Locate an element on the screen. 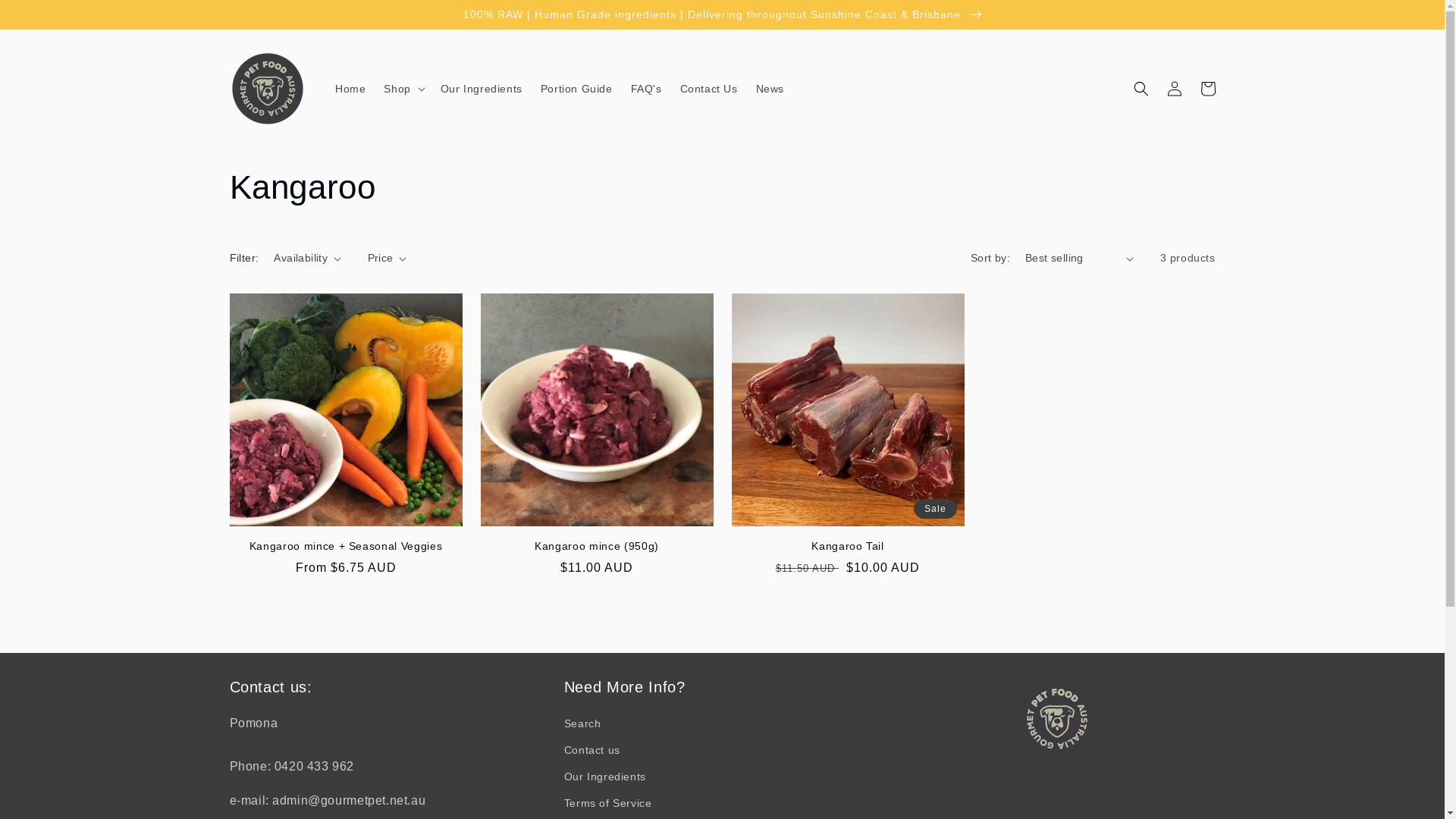 The height and width of the screenshot is (819, 1456). 'News' is located at coordinates (770, 88).